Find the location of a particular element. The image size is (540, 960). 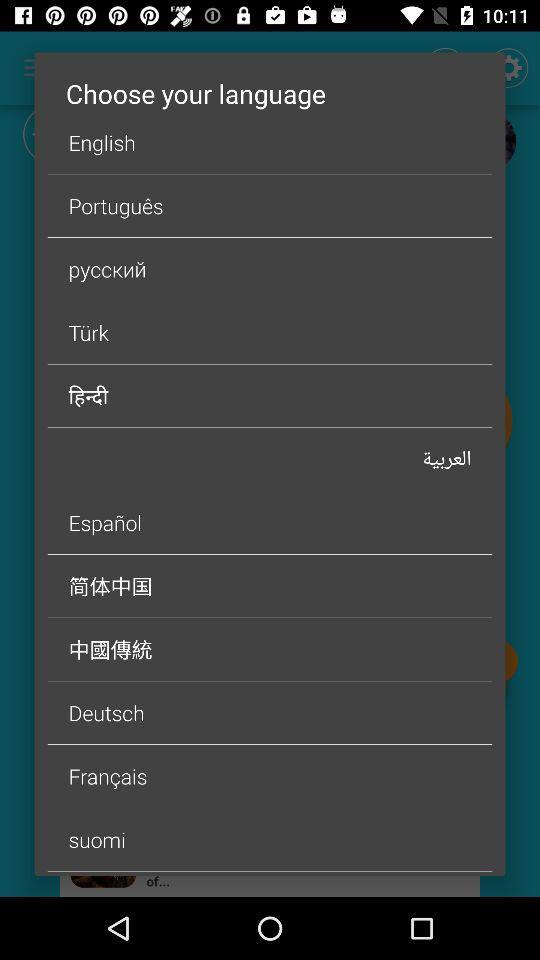

the item above dutch icon is located at coordinates (270, 839).